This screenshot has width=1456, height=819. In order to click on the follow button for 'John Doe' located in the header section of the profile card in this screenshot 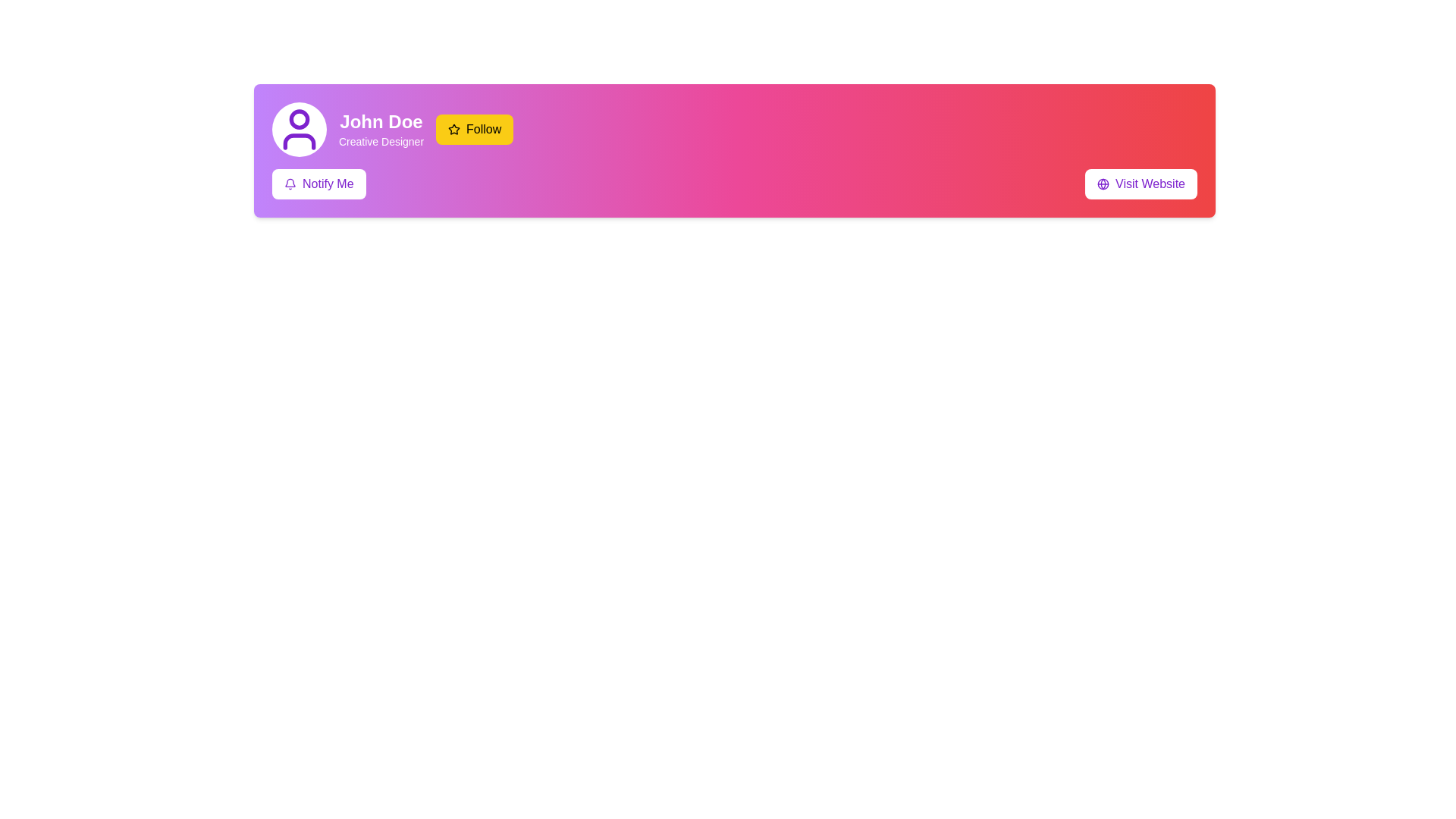, I will do `click(474, 128)`.